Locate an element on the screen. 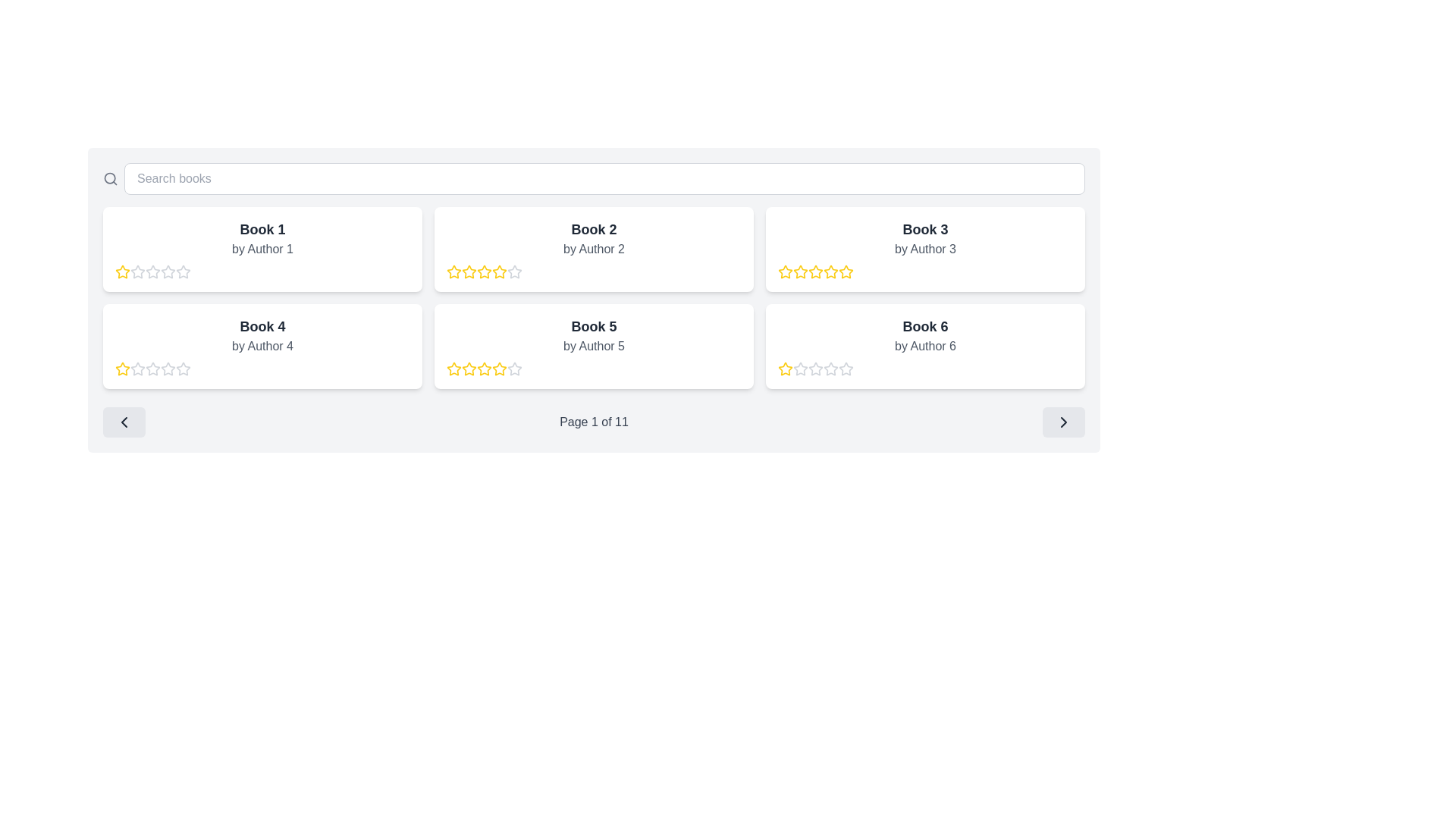  the third star icon in the rating section of the card for 'Book 2' by 'Author 2' to provide a rating is located at coordinates (453, 271).